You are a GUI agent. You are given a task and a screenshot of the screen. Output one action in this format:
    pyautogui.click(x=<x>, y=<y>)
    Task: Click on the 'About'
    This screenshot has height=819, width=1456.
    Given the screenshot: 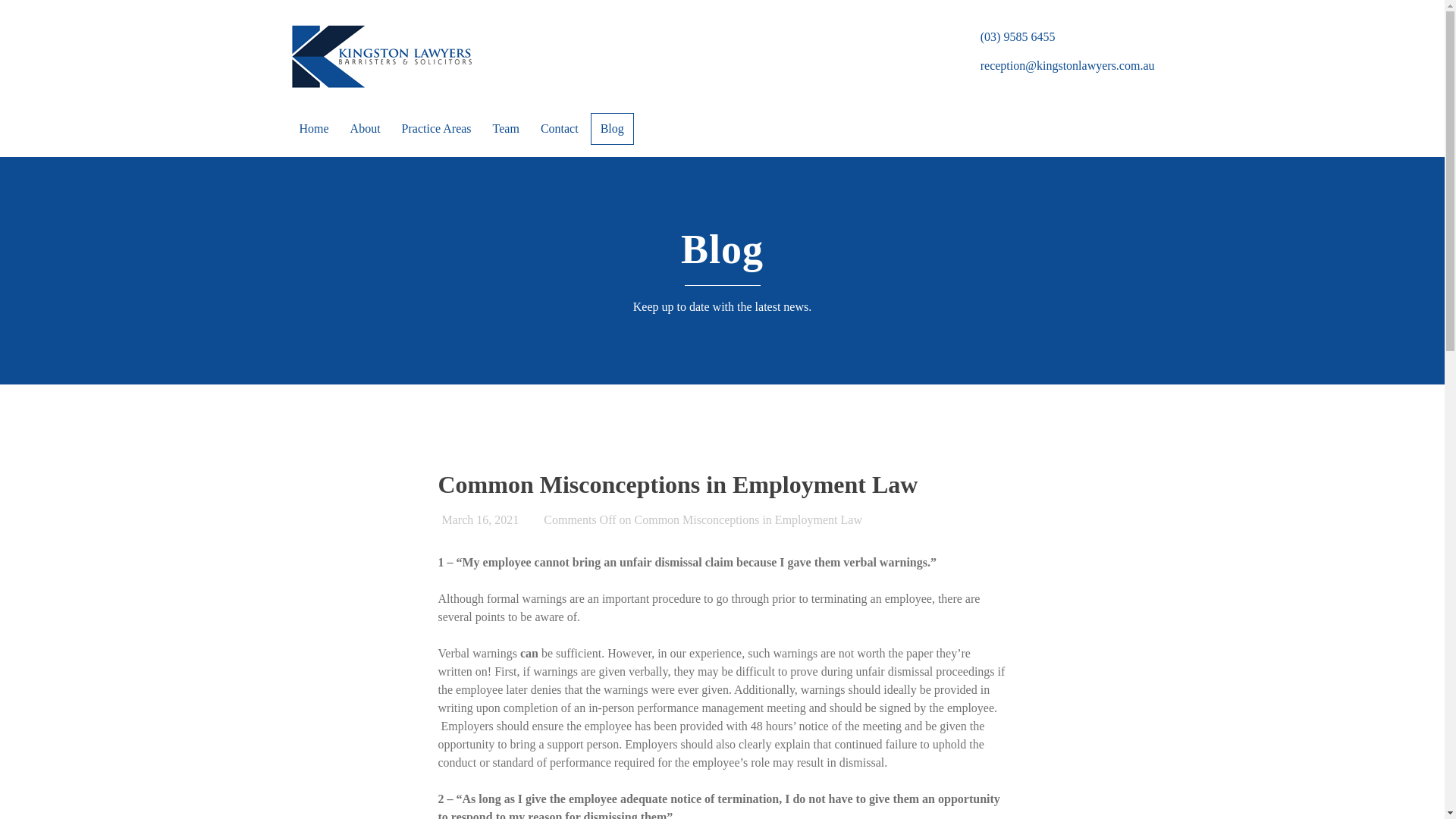 What is the action you would take?
    pyautogui.click(x=365, y=127)
    